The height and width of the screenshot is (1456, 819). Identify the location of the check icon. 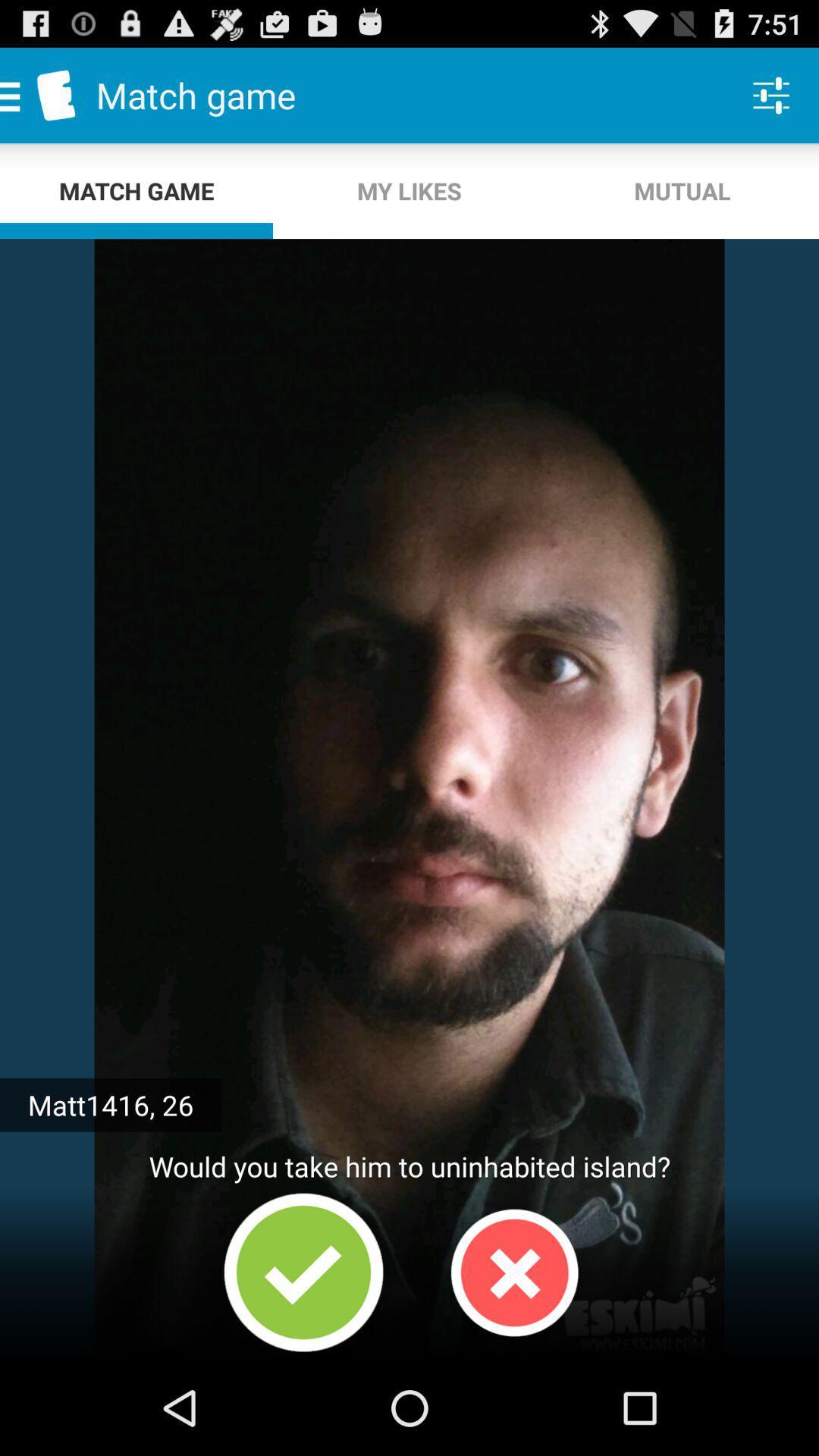
(303, 1362).